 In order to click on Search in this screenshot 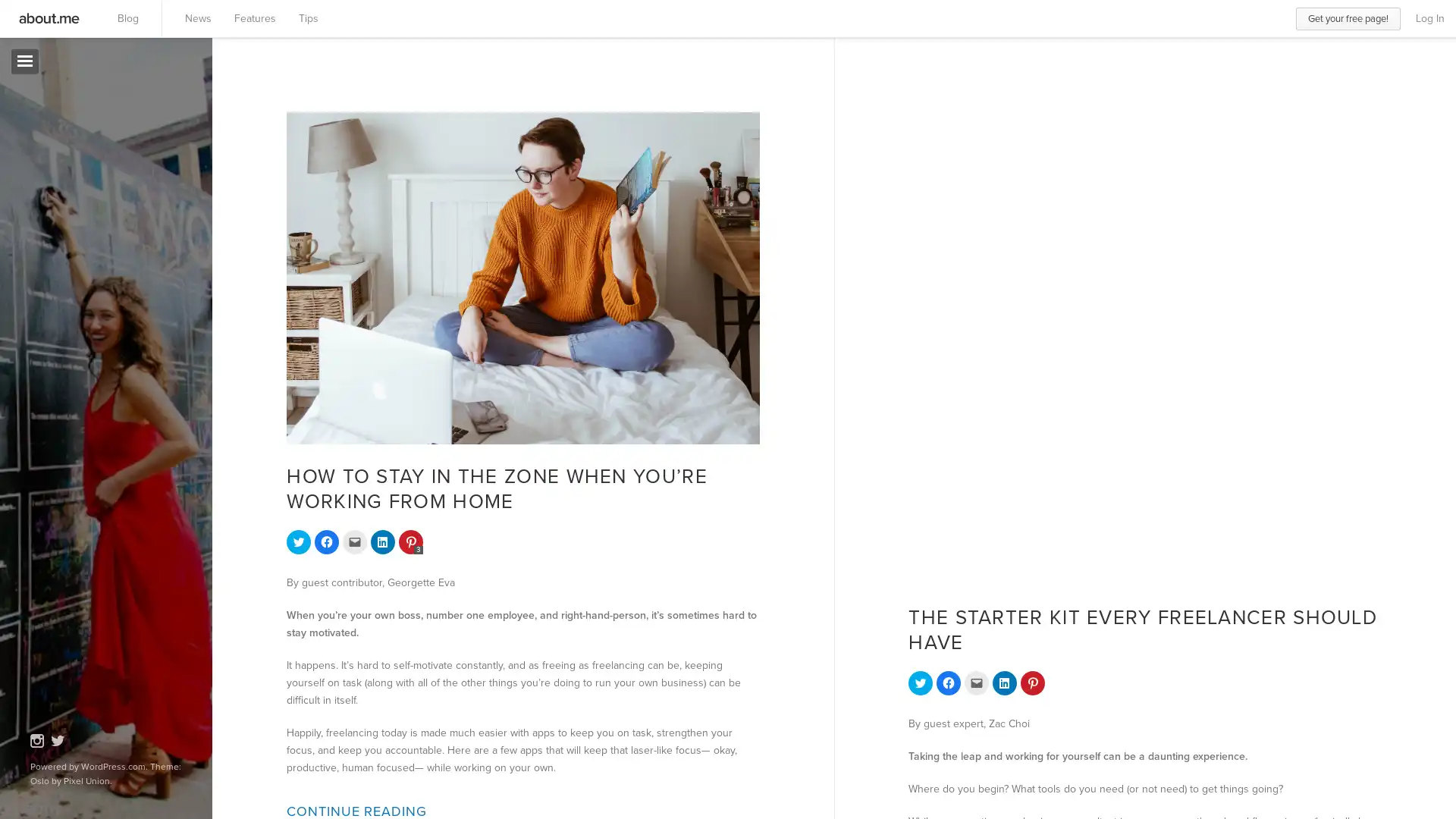, I will do `click(157, 105)`.